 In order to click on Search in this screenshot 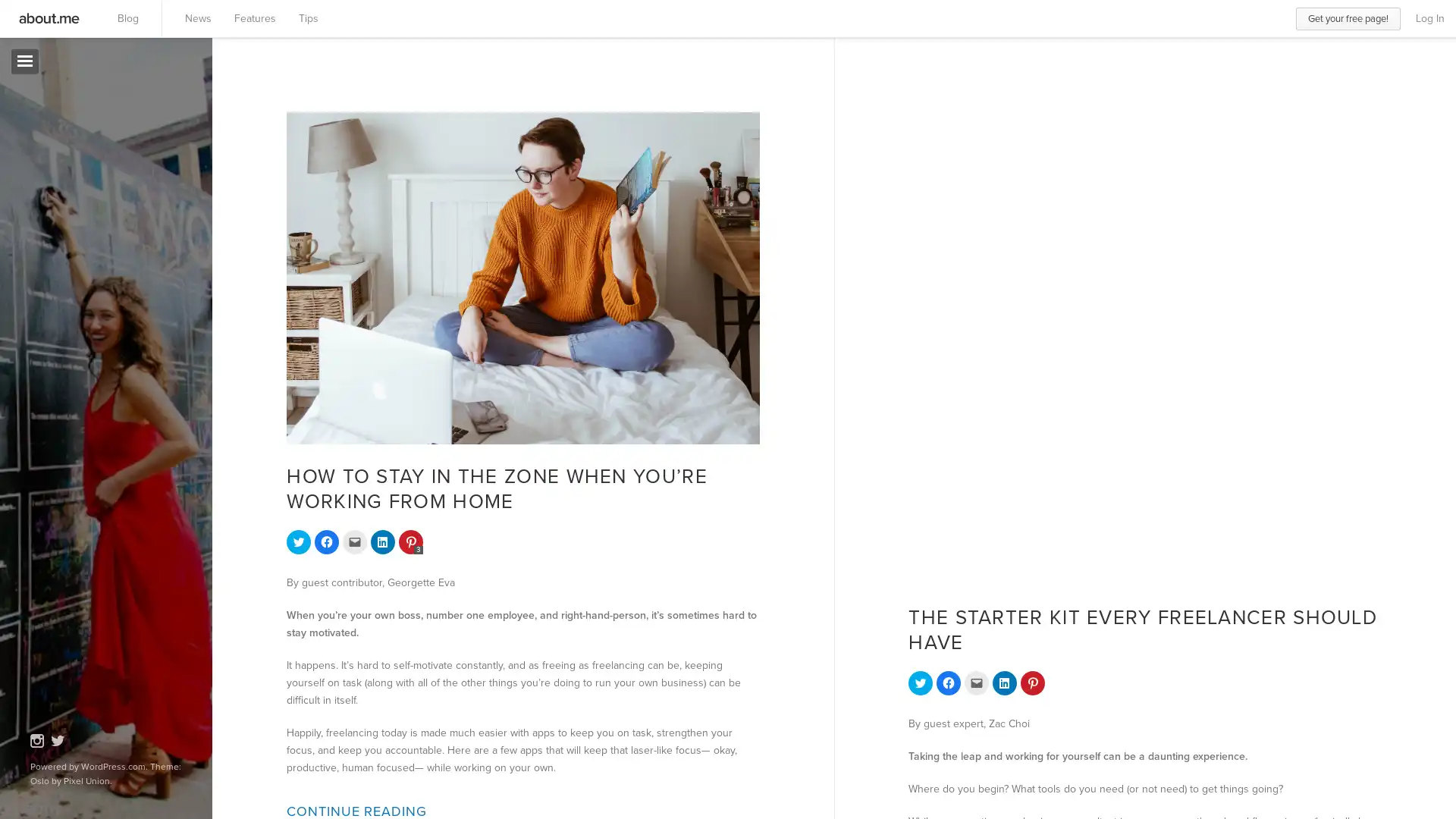, I will do `click(157, 105)`.